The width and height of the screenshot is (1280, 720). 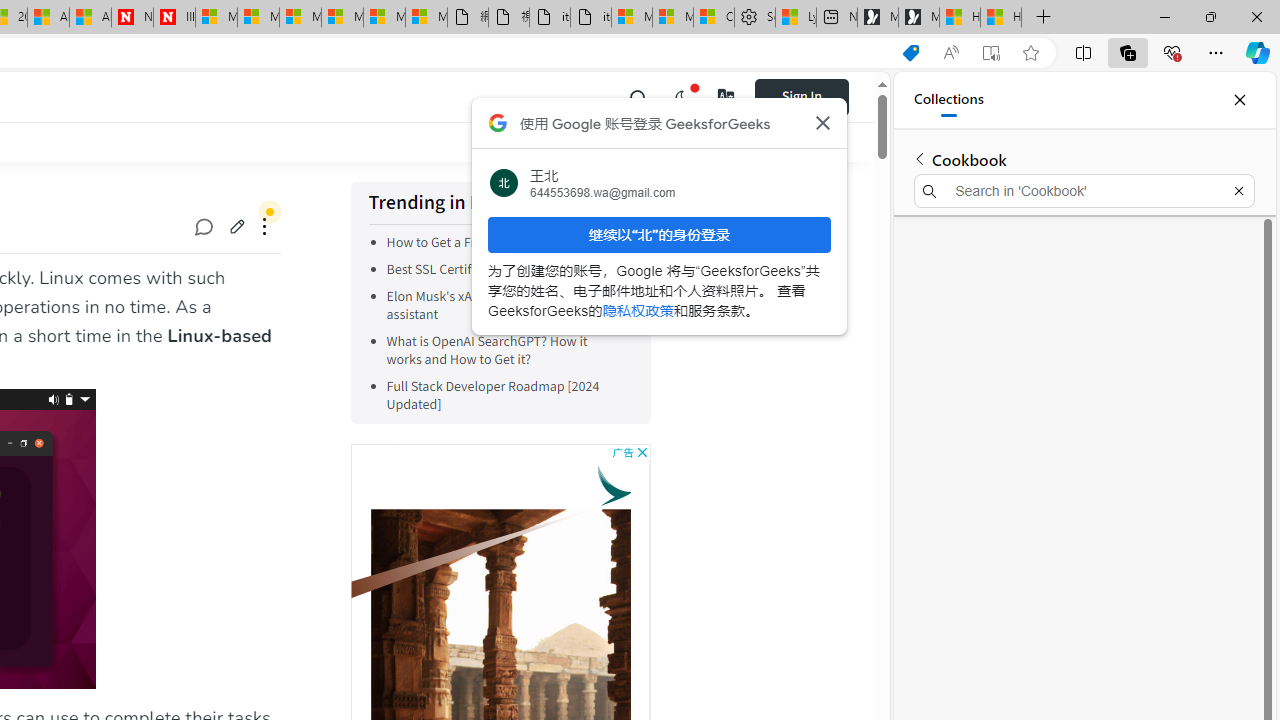 What do you see at coordinates (918, 17) in the screenshot?
I see `'Microsoft Start Gaming'` at bounding box center [918, 17].